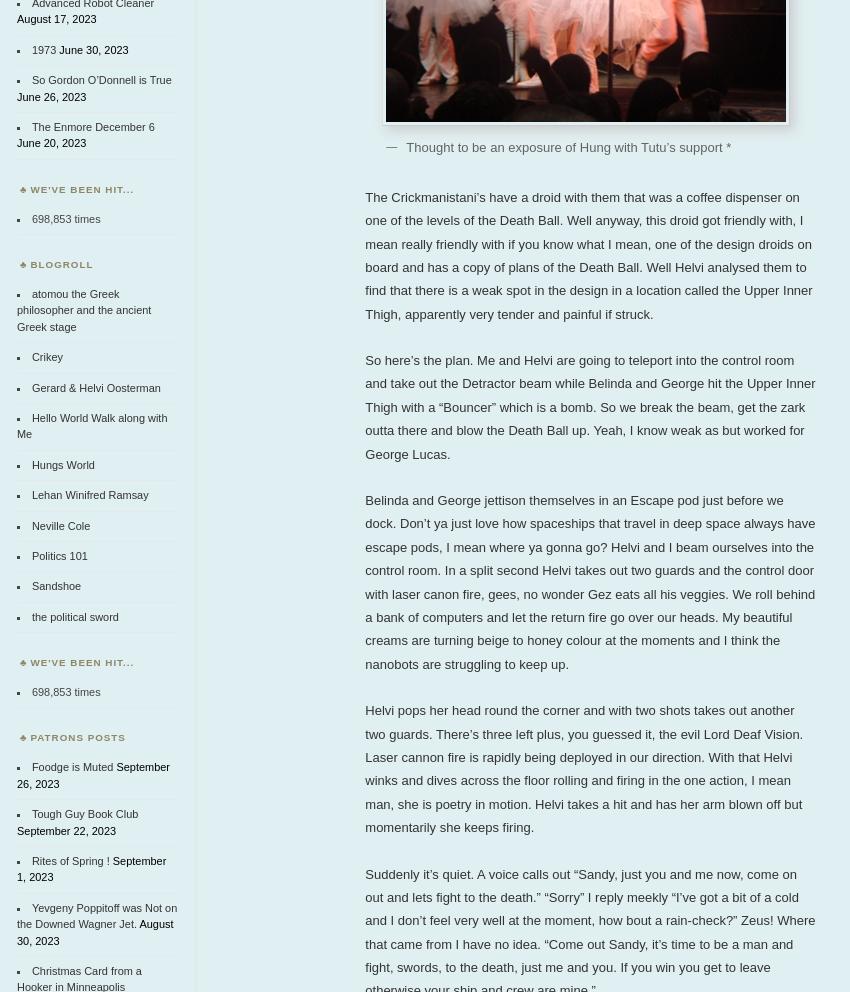  What do you see at coordinates (363, 767) in the screenshot?
I see `'Helvi pops her head round the corner and with two shots takes out another two guards. There’s three left plus, you guessed it, the evil Lord Deaf Vision. Laser cannon fire is rapidly being deployed in our direction. With that Helvi winks and dives across the floor rolling and firing in the one action, I mean man, she is poetry in motion. Helvi takes a hit and has her arm blown off but momentarily she keeps firing.'` at bounding box center [363, 767].